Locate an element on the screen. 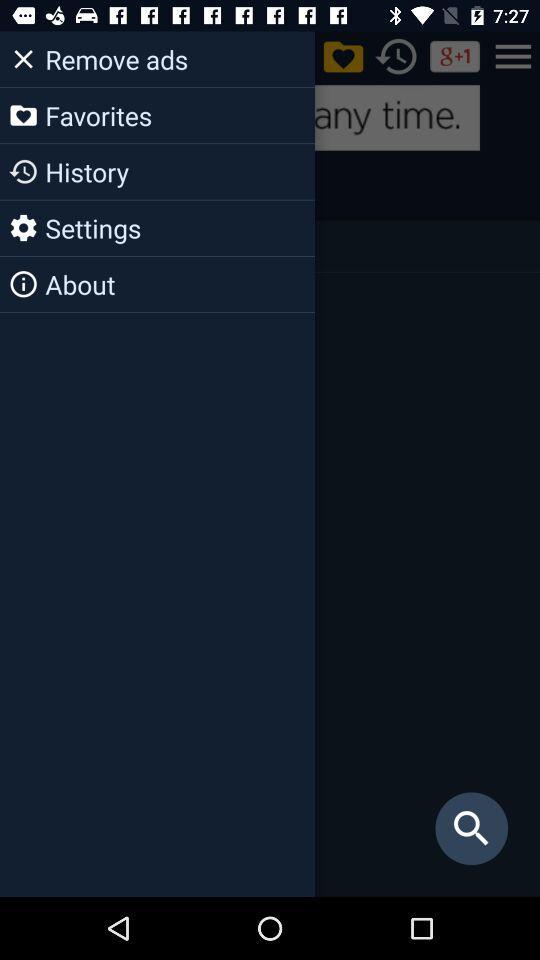 The image size is (540, 960). the history icon is located at coordinates (28, 185).